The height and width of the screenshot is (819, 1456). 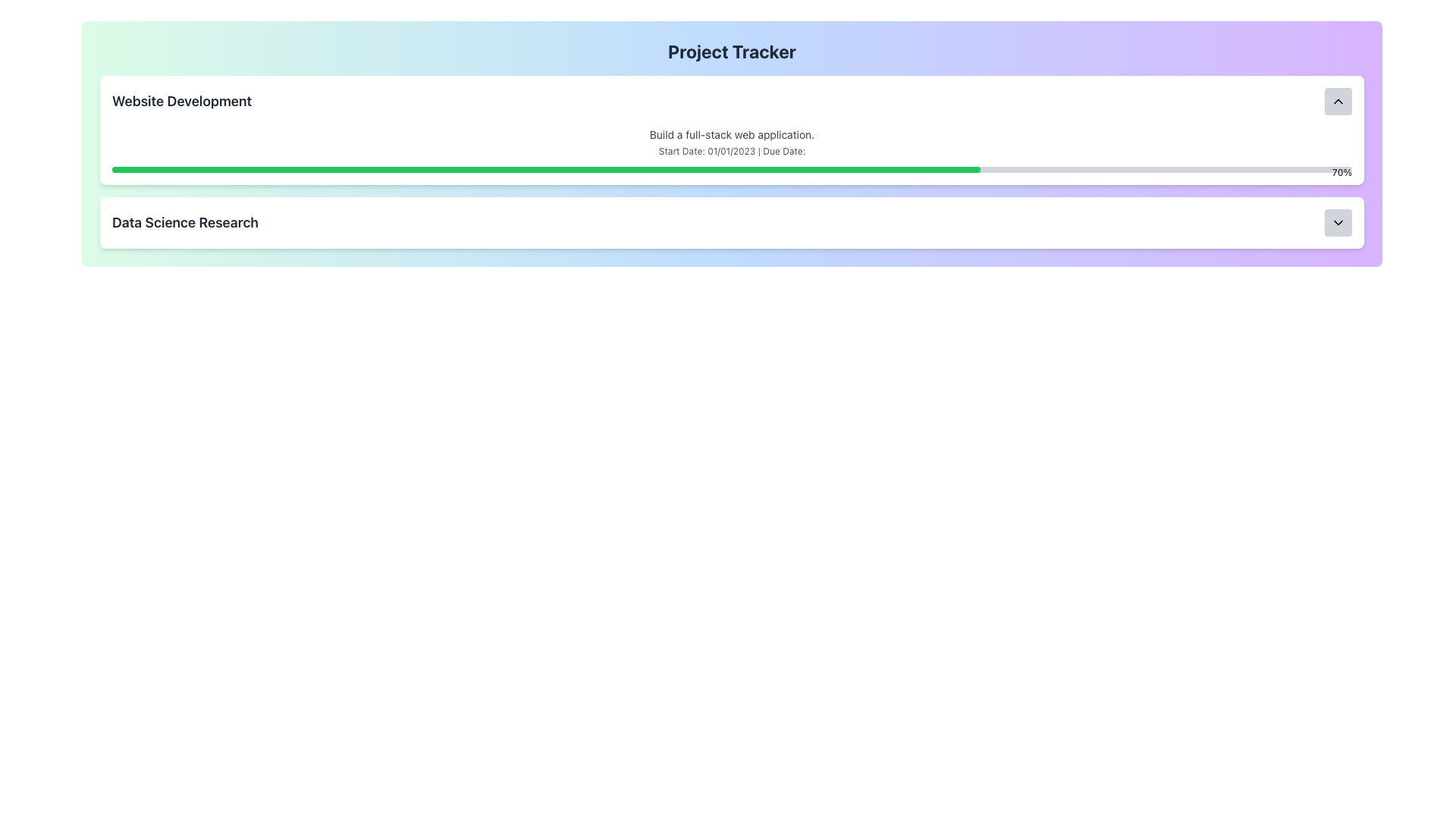 What do you see at coordinates (1338, 102) in the screenshot?
I see `the chevron icon in the upper-right corner of the 'Website Development' section` at bounding box center [1338, 102].